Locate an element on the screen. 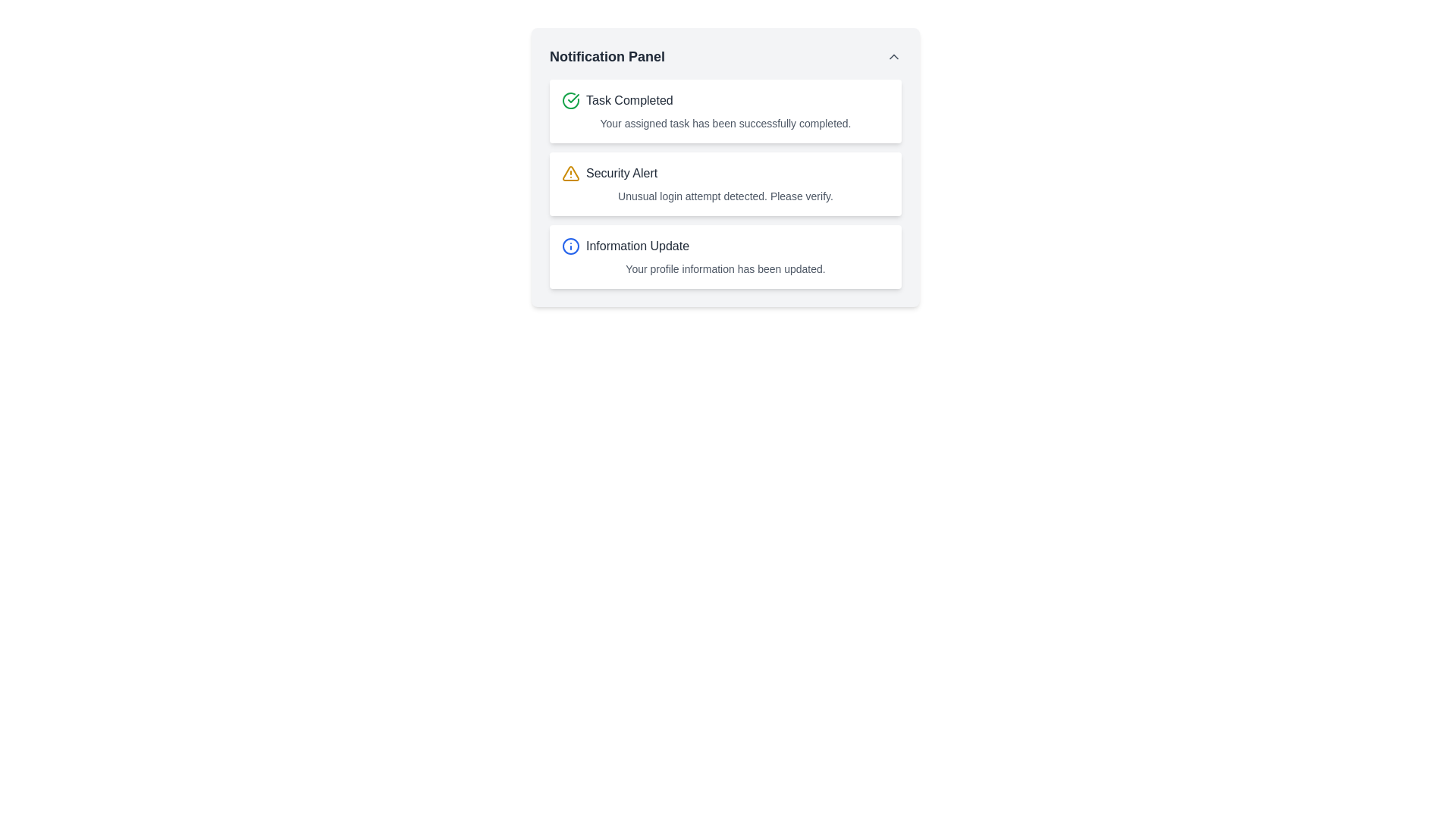  static text label displaying 'Security Alert' in the Notification Panel, which is bold and gray in color, positioned centrally in the second notification item is located at coordinates (622, 172).